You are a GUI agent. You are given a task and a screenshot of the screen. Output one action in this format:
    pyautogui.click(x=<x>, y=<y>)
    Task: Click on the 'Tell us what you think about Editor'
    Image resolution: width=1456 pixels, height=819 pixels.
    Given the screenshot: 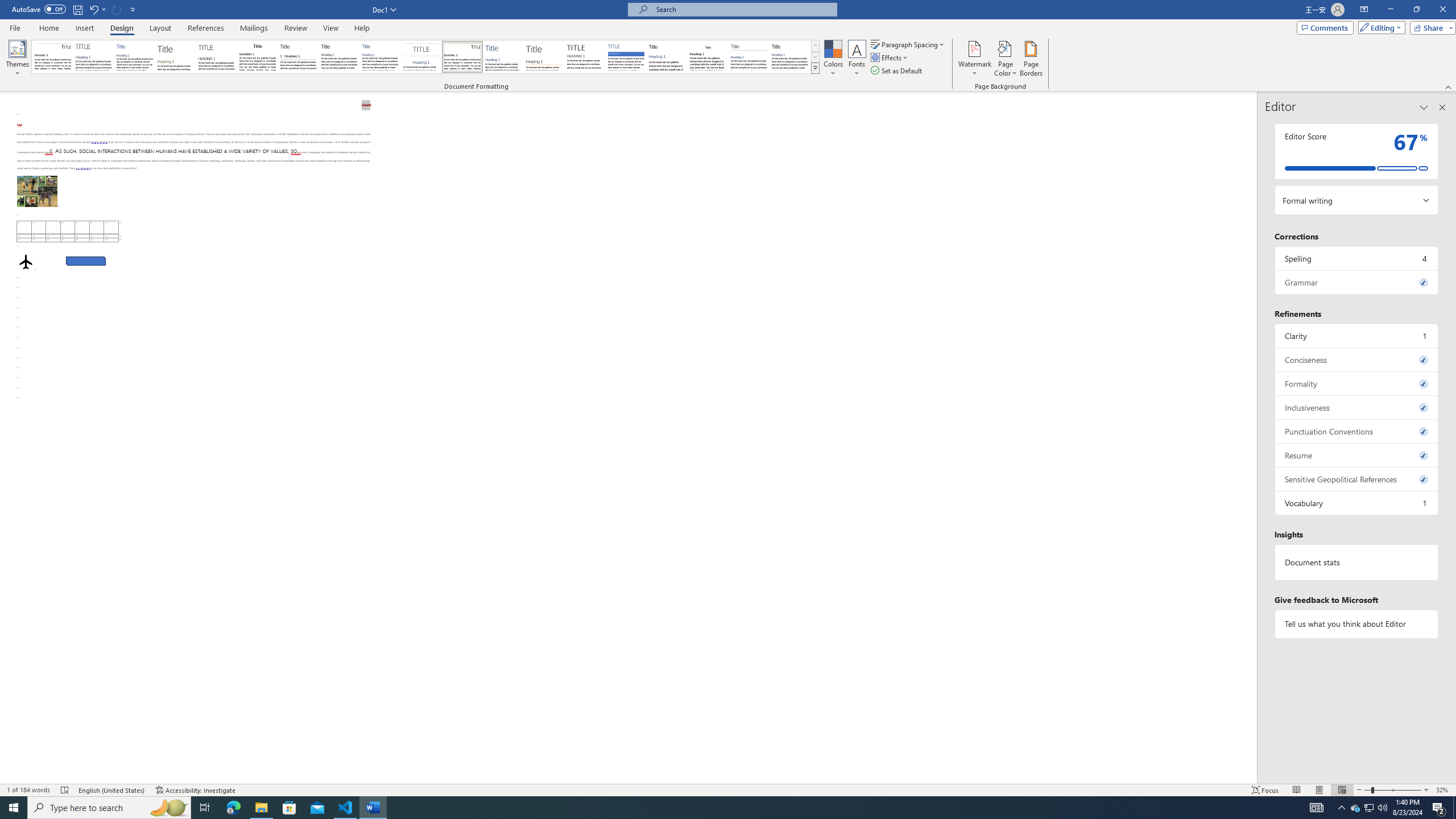 What is the action you would take?
    pyautogui.click(x=1356, y=623)
    